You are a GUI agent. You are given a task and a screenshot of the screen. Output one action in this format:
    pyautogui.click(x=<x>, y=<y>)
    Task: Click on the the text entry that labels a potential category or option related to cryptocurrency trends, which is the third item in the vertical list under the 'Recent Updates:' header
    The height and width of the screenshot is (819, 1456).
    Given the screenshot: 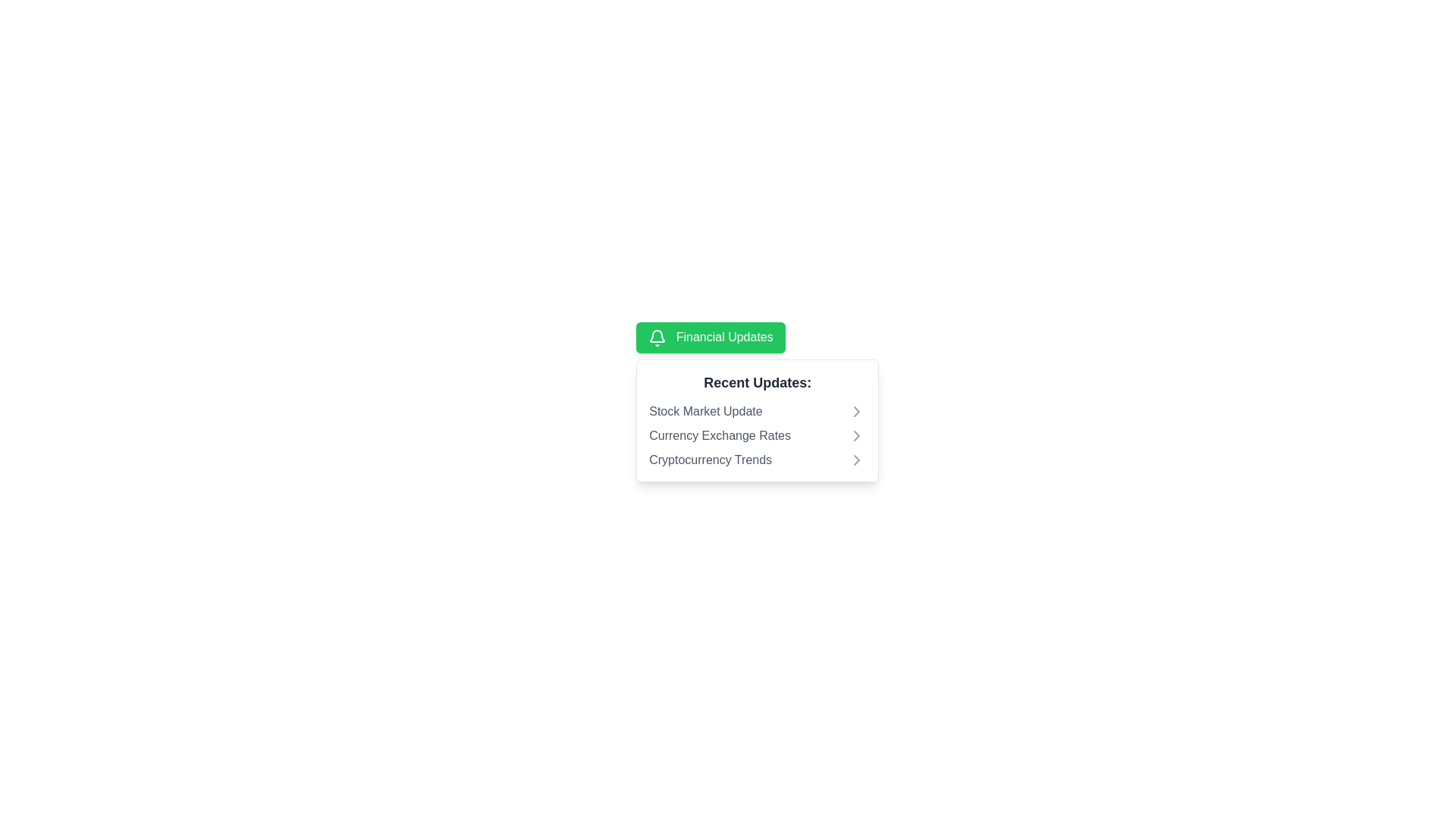 What is the action you would take?
    pyautogui.click(x=710, y=459)
    